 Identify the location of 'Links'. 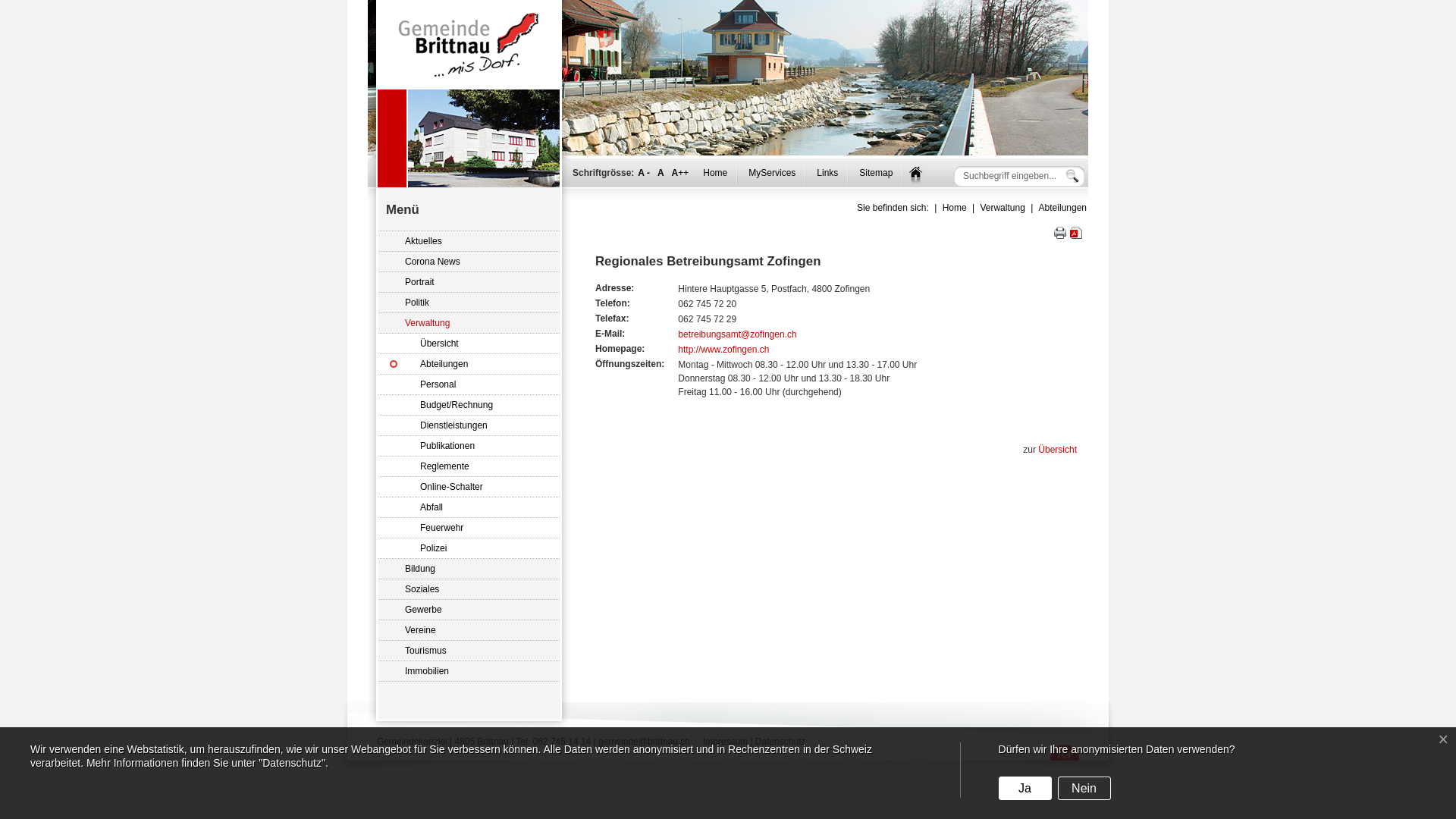
(826, 171).